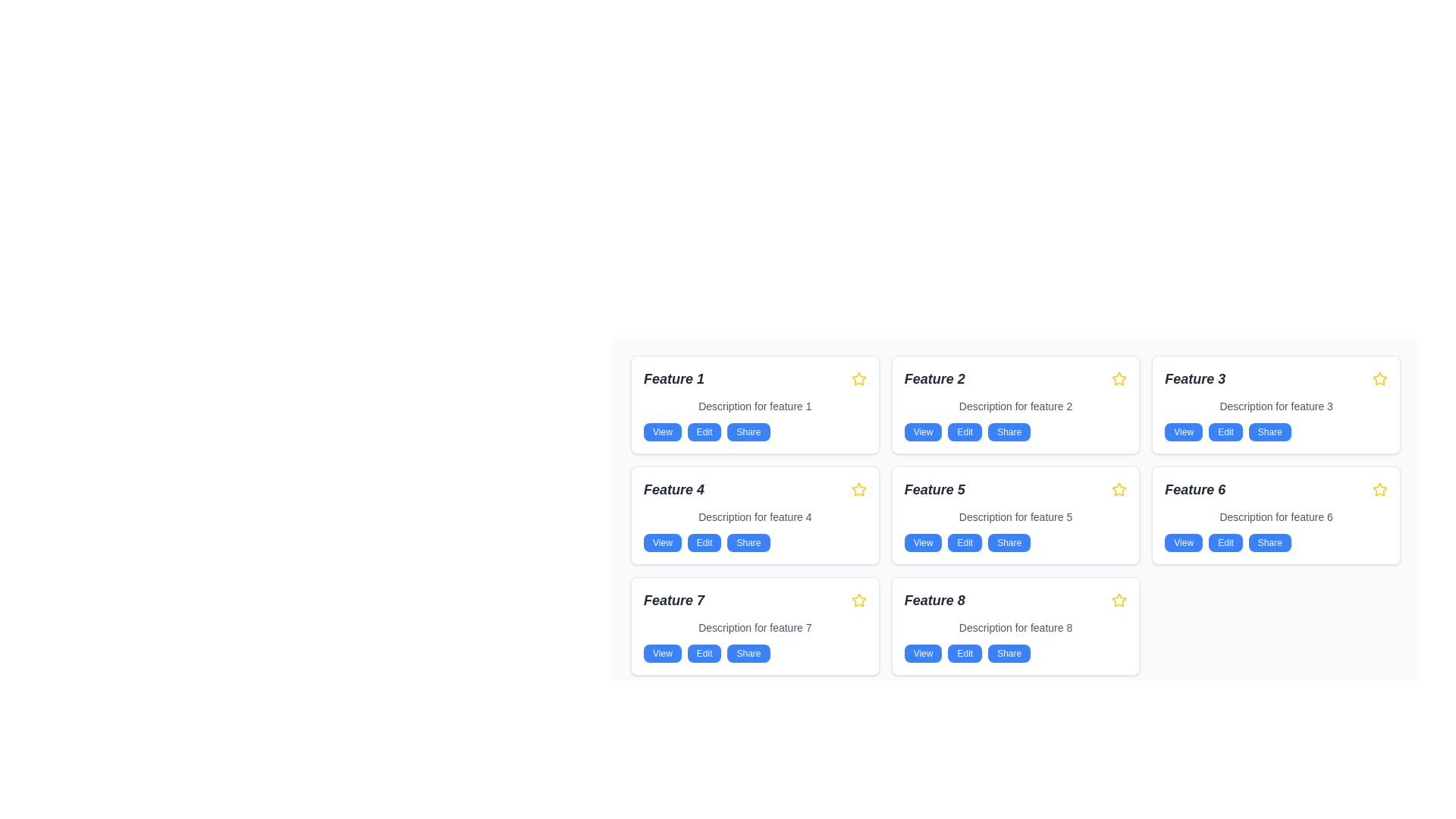 This screenshot has height=819, width=1456. Describe the element at coordinates (662, 652) in the screenshot. I see `the 'View' button located at the bottom of the 'Feature 7' section` at that location.